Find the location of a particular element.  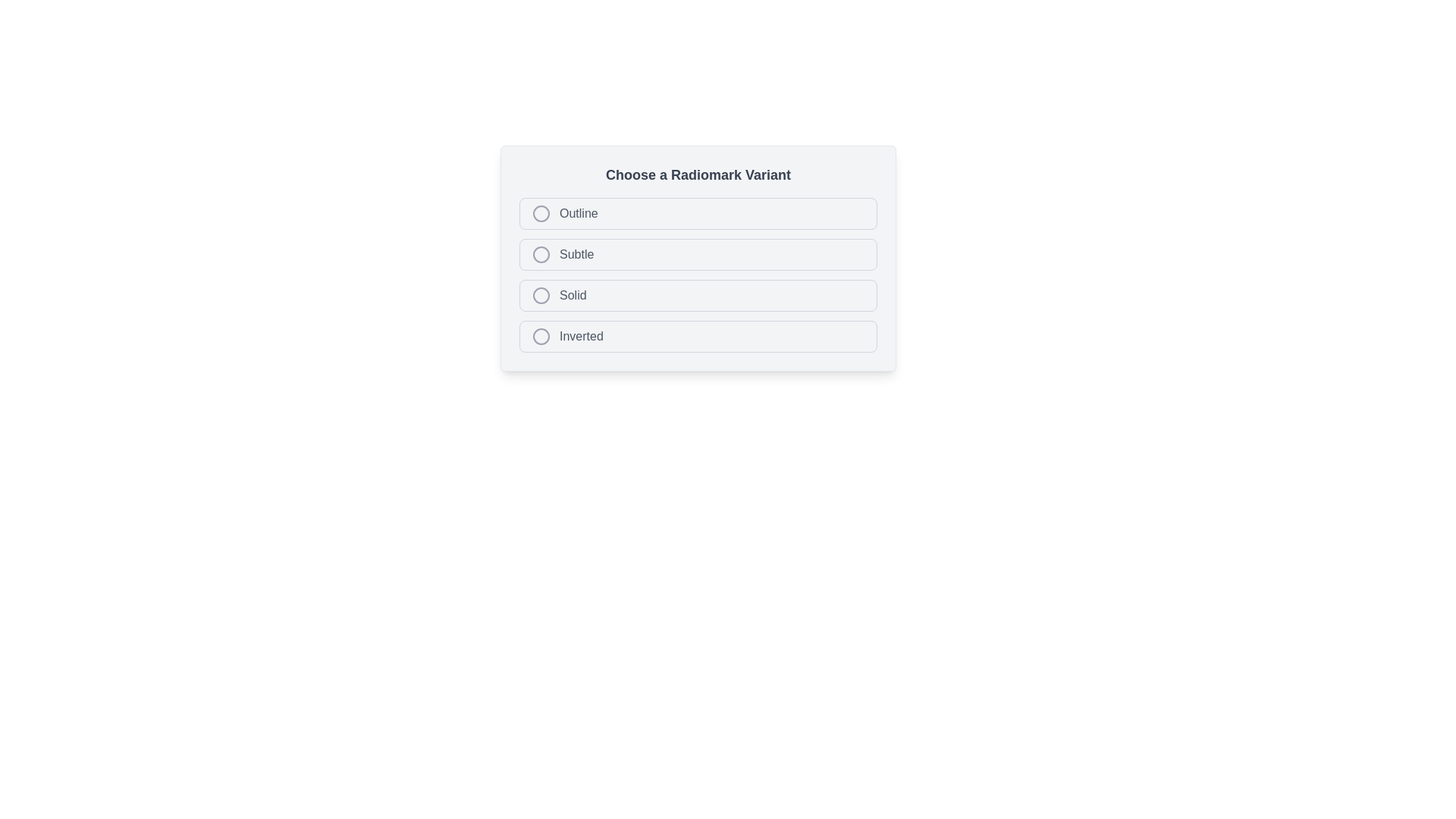

static text header element labeled 'Choose a Radiomark Variant.' located at the top of the box containing multiple radio buttons is located at coordinates (698, 174).